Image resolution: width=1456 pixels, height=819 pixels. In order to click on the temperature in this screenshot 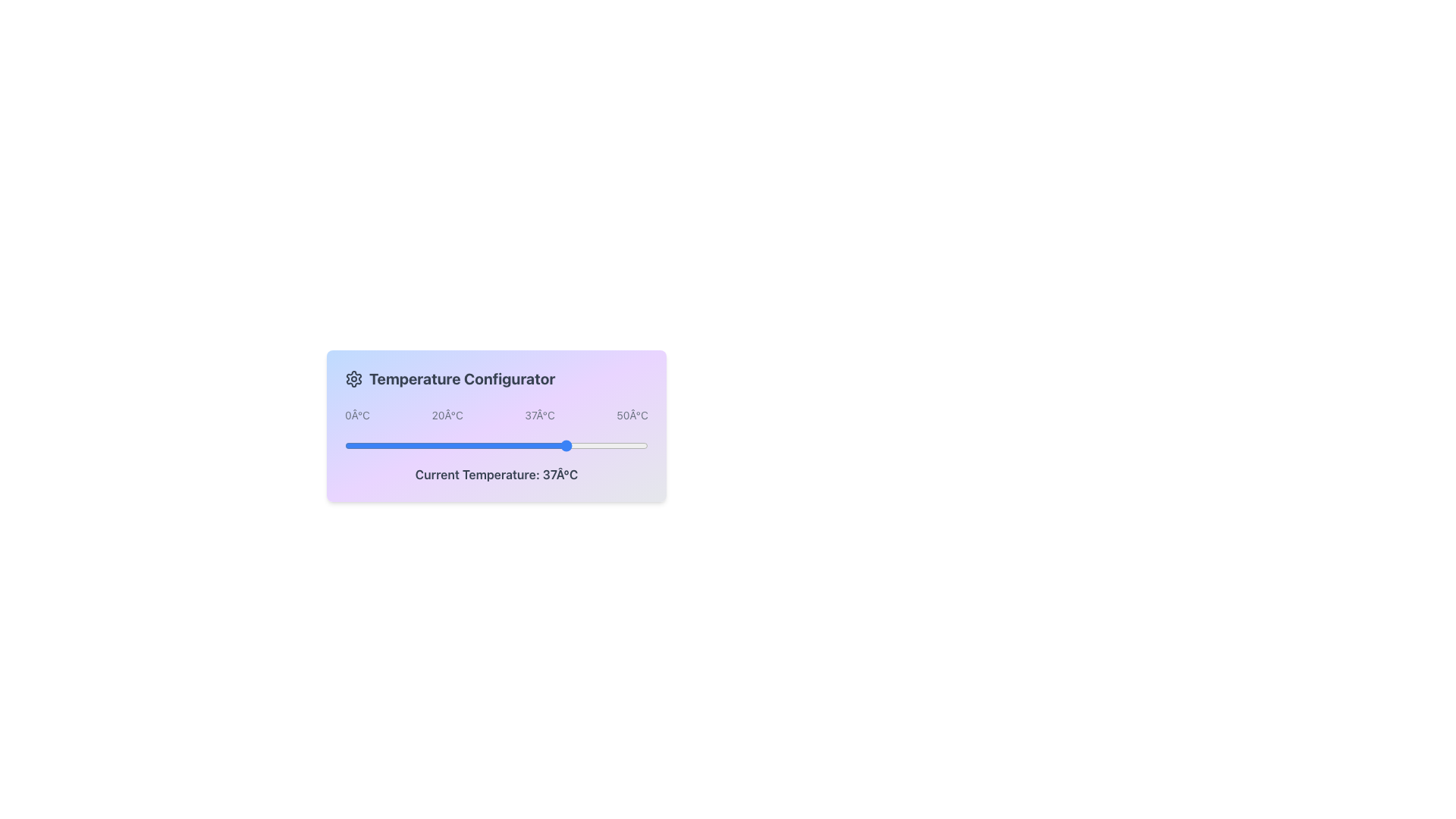, I will do `click(568, 444)`.